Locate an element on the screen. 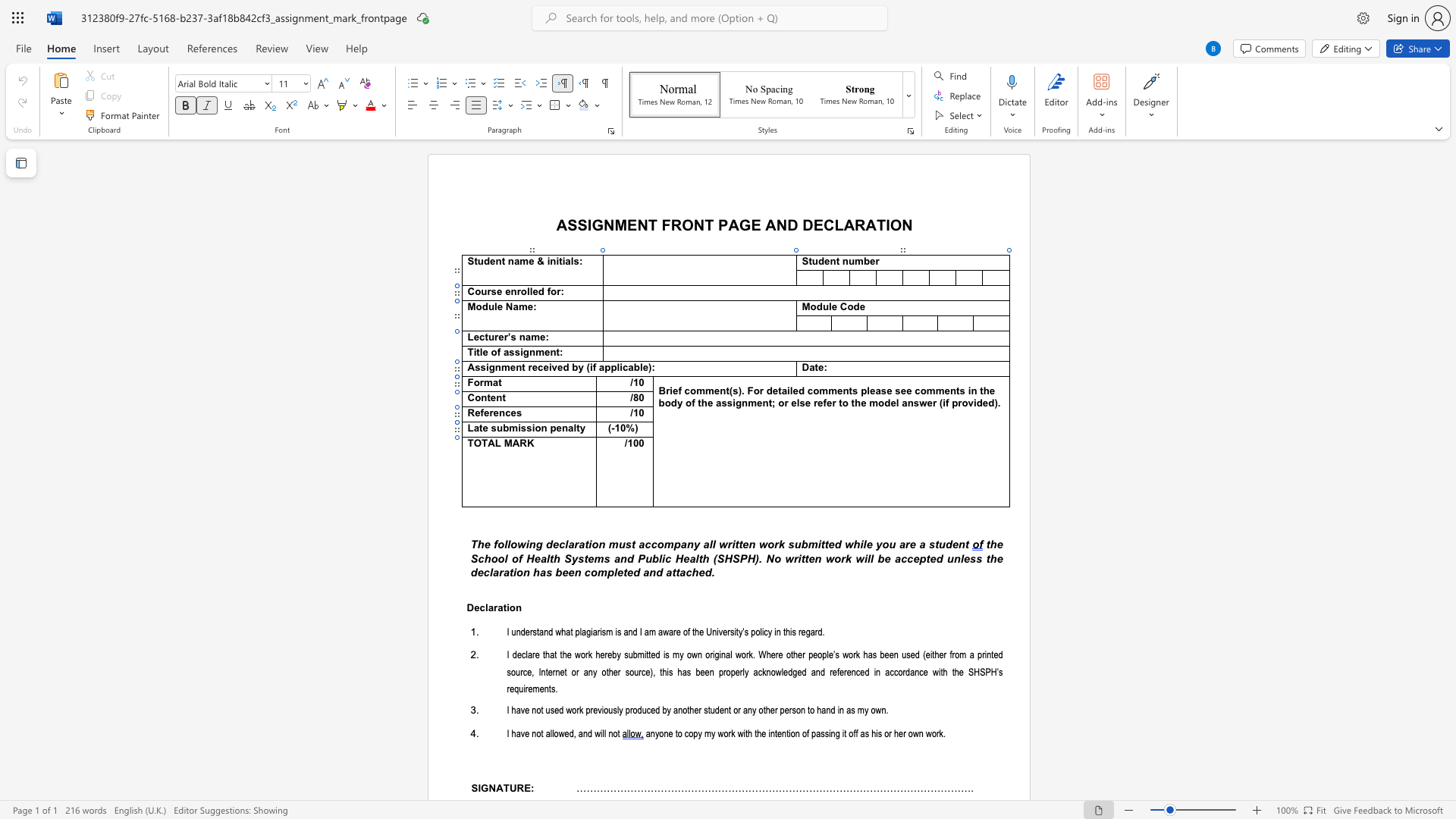 The width and height of the screenshot is (1456, 819). the 1th character "A" in the text is located at coordinates (770, 224).